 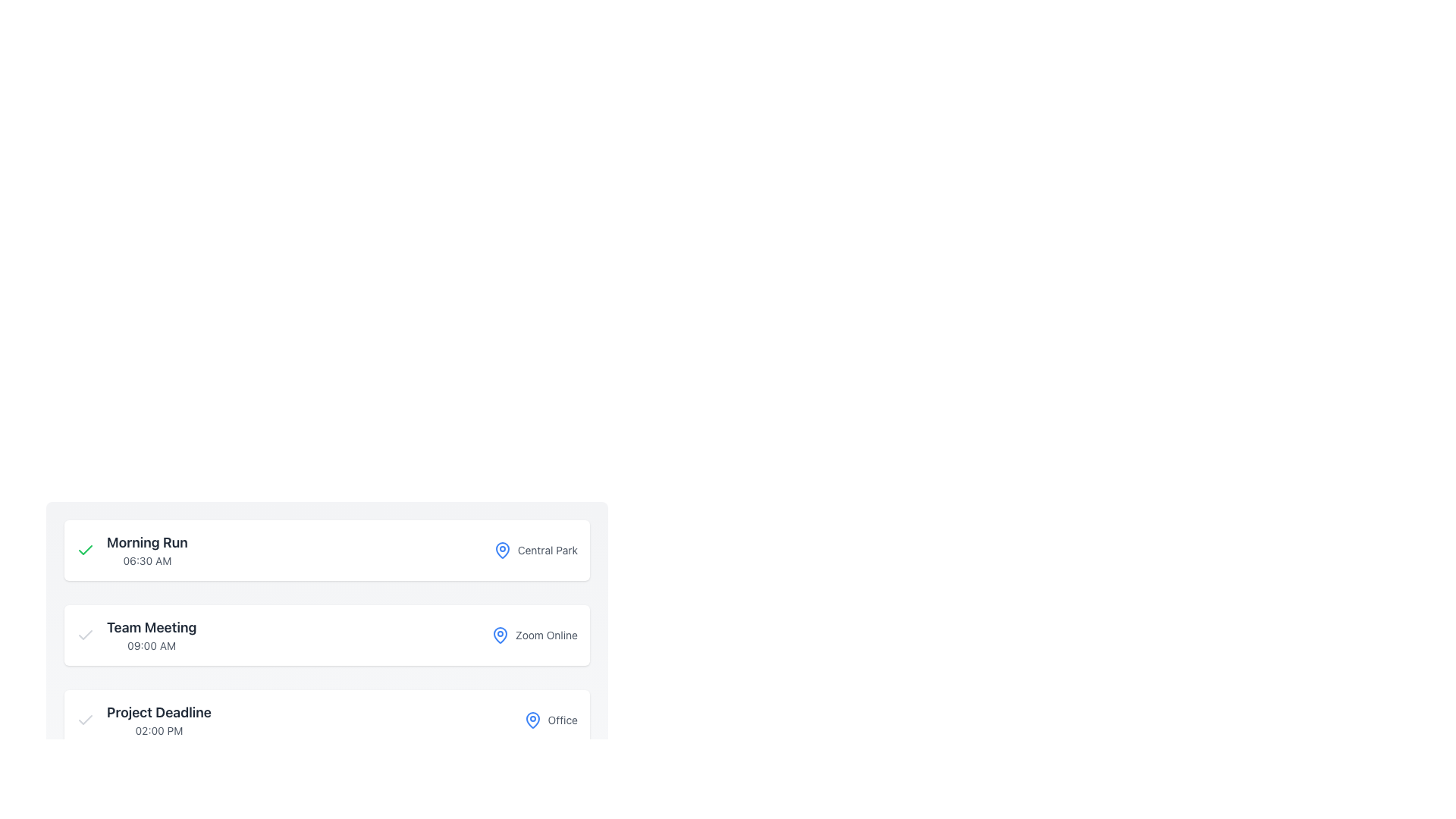 I want to click on the text label indicating the scheduled activity 'Morning Run' with a green checkmark icon located at the top of the list, so click(x=132, y=550).